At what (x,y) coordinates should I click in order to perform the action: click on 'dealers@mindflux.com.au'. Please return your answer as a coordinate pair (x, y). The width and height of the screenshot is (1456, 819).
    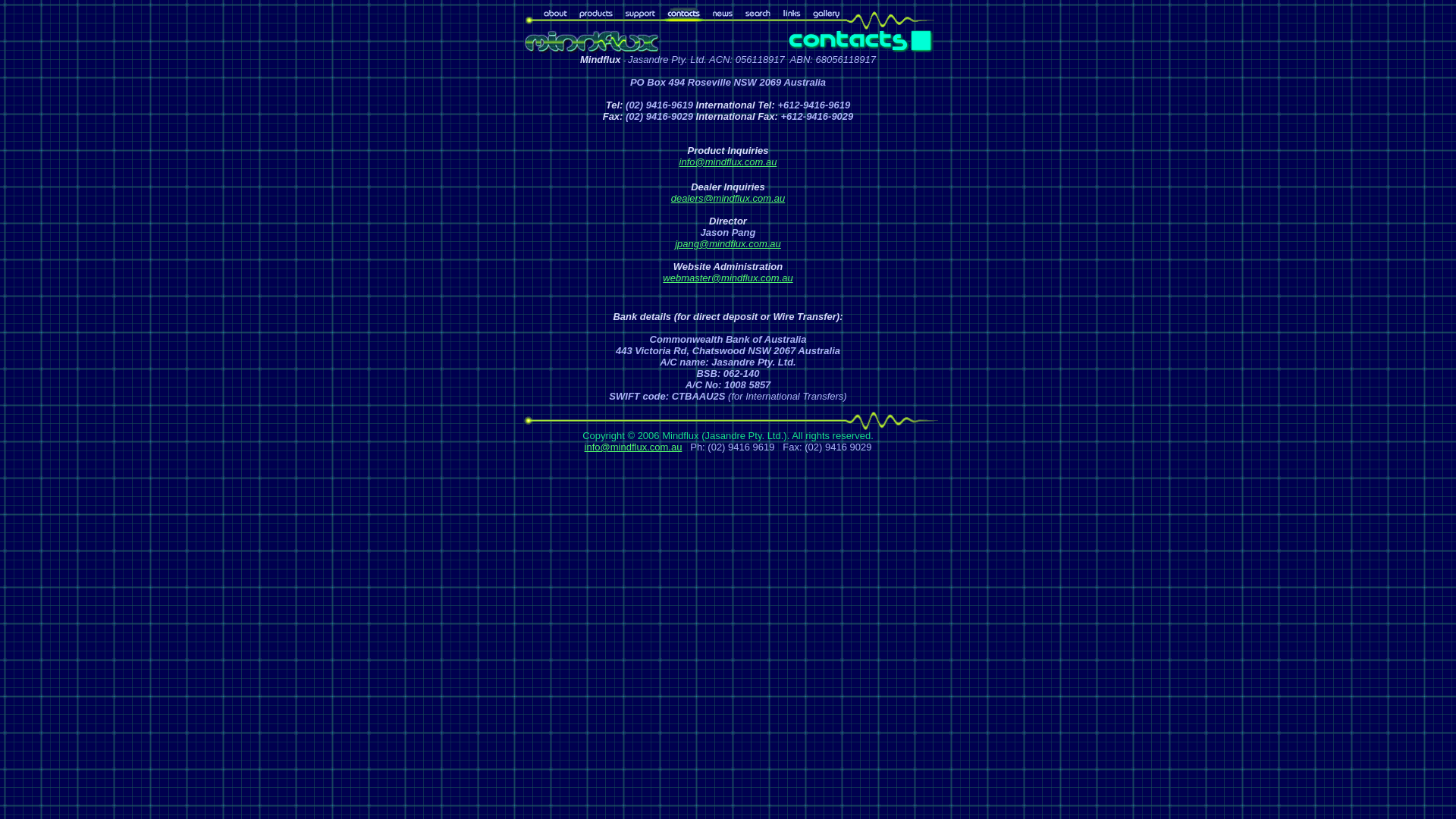
    Looking at the image, I should click on (728, 196).